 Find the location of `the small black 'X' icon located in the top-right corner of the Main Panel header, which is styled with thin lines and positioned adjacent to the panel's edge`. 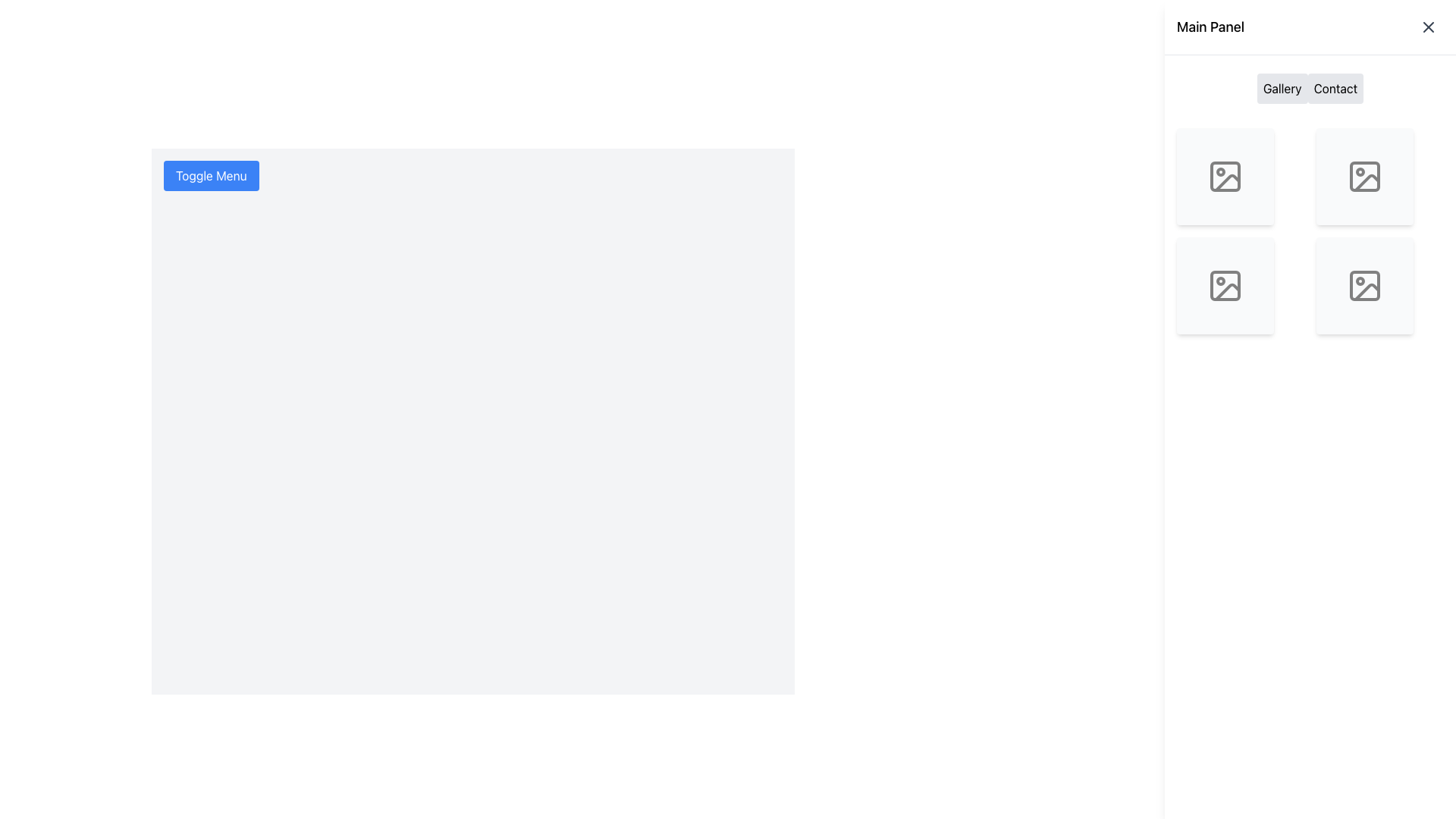

the small black 'X' icon located in the top-right corner of the Main Panel header, which is styled with thin lines and positioned adjacent to the panel's edge is located at coordinates (1427, 27).